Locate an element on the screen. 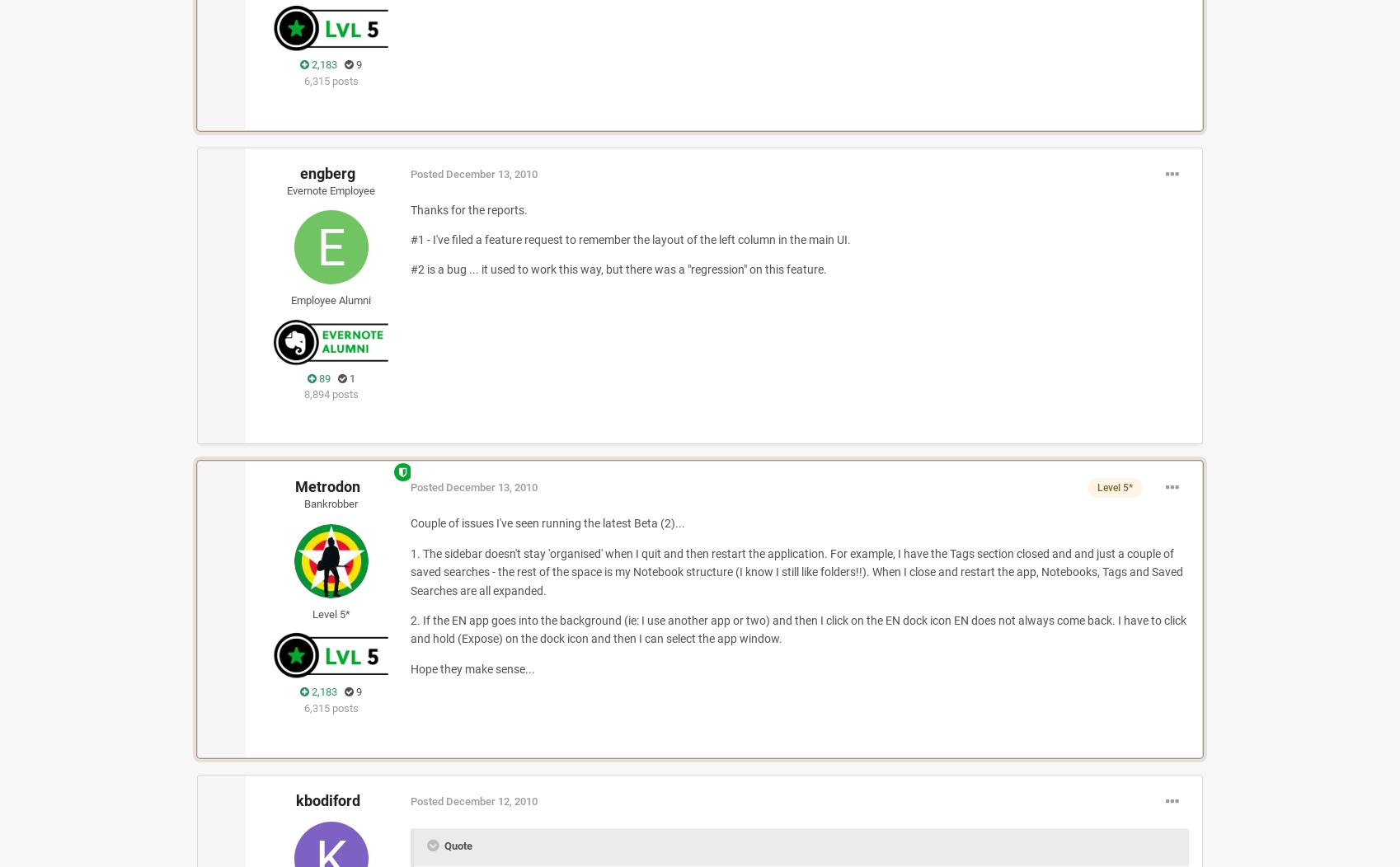 The width and height of the screenshot is (1400, 867). 'Bankrobber' is located at coordinates (331, 503).